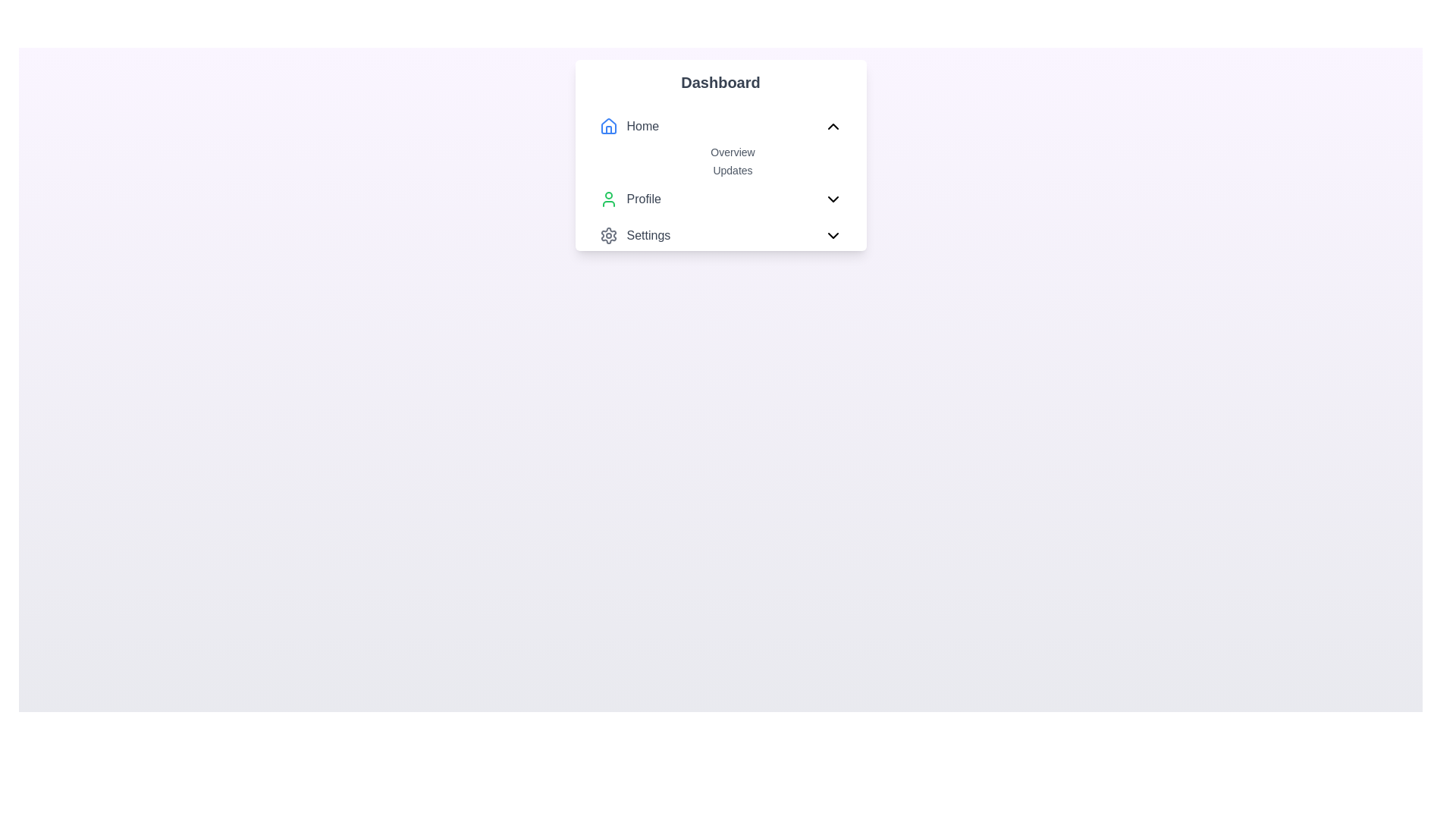 This screenshot has height=819, width=1456. I want to click on the 'Overview' text label which provides access to an overview section or content within the dropdown menu located below the 'Home' section, so click(733, 152).